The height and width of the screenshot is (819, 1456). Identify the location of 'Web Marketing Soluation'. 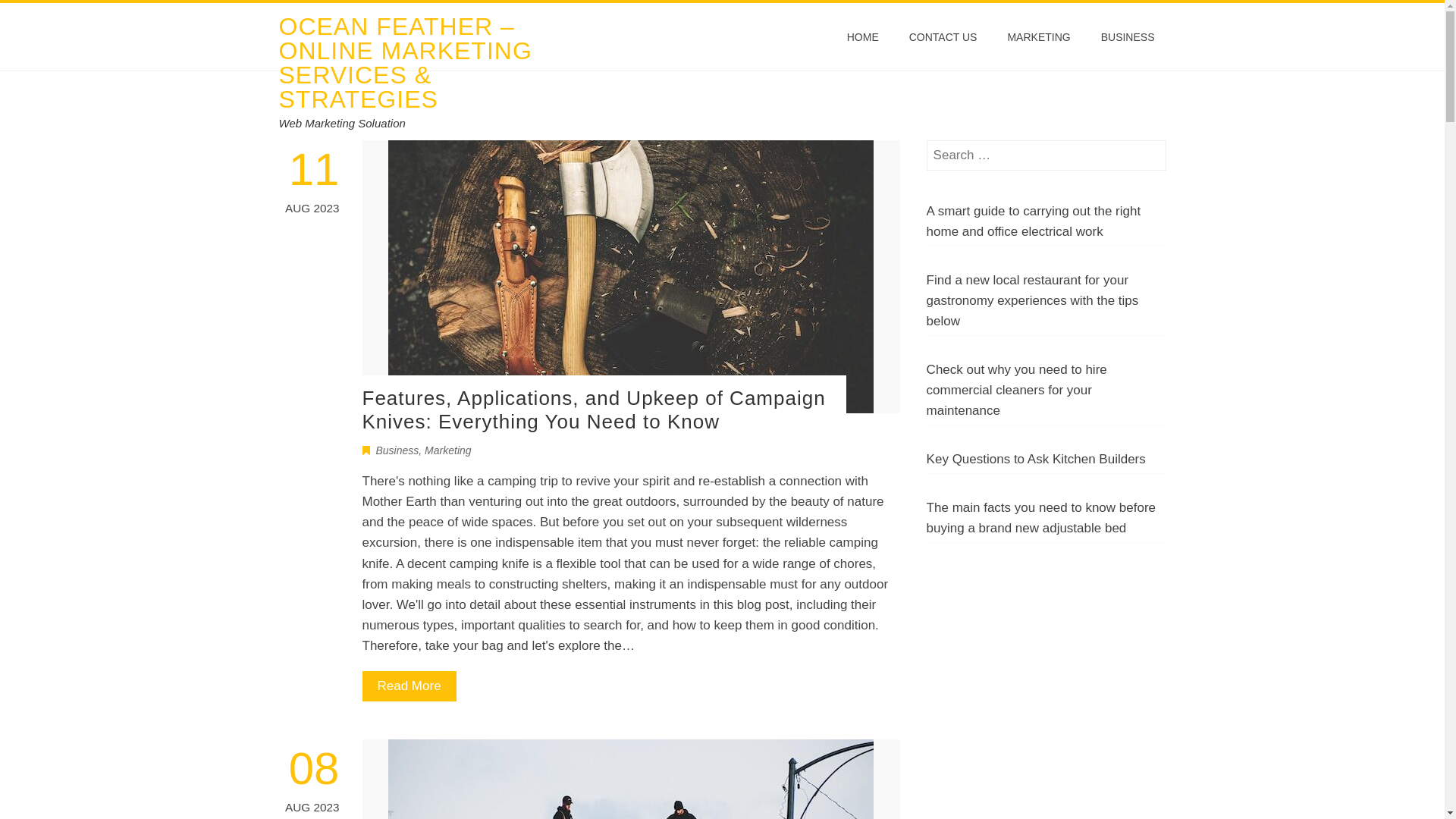
(341, 122).